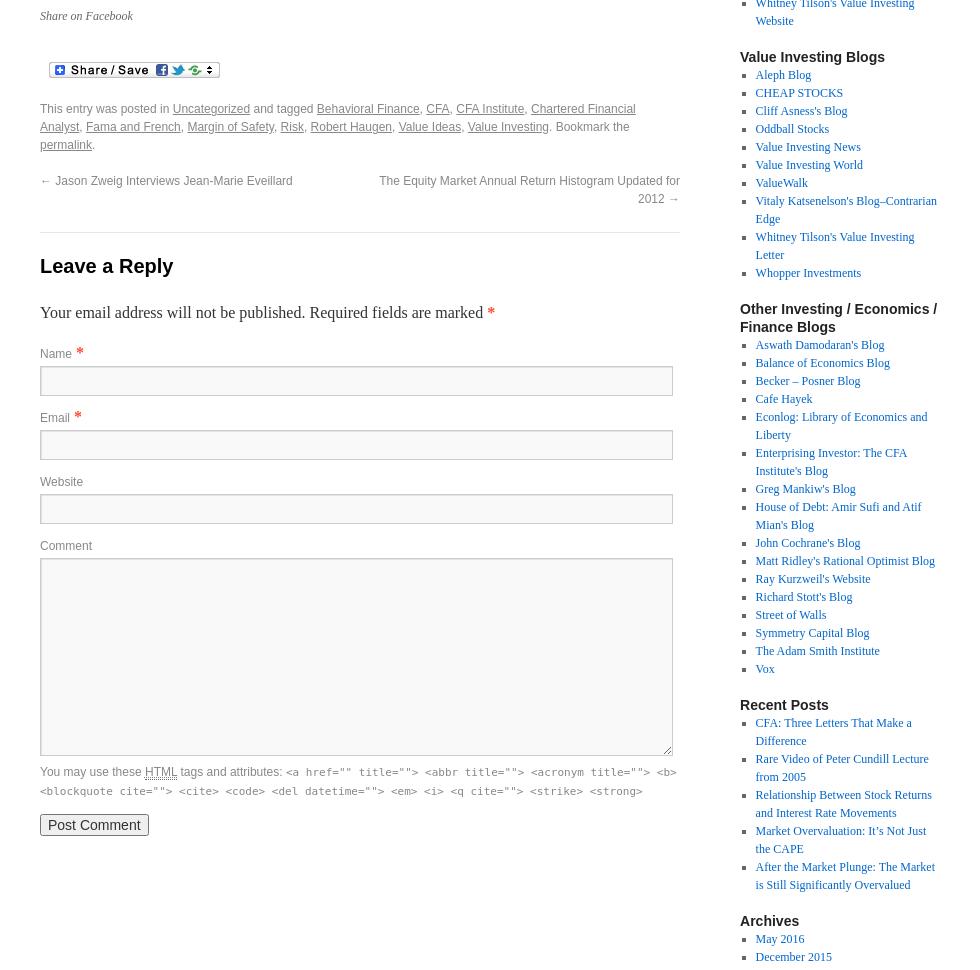 The width and height of the screenshot is (980, 970). What do you see at coordinates (367, 109) in the screenshot?
I see `'Behavioral Finance'` at bounding box center [367, 109].